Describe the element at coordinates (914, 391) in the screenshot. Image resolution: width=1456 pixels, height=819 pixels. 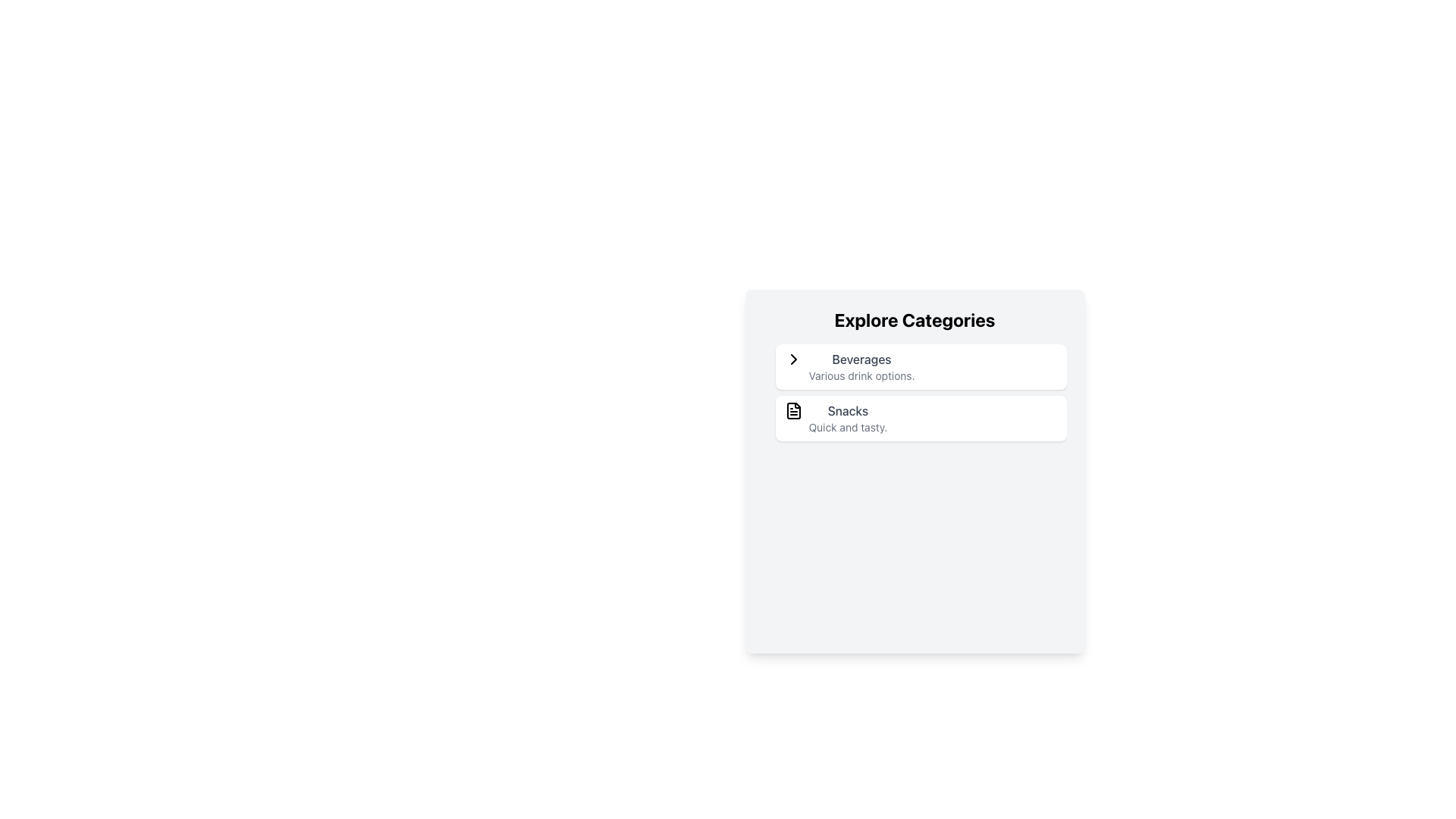
I see `the 'Beverages' item in the Vertical List Item Group located below the 'Explore Categories' title` at that location.